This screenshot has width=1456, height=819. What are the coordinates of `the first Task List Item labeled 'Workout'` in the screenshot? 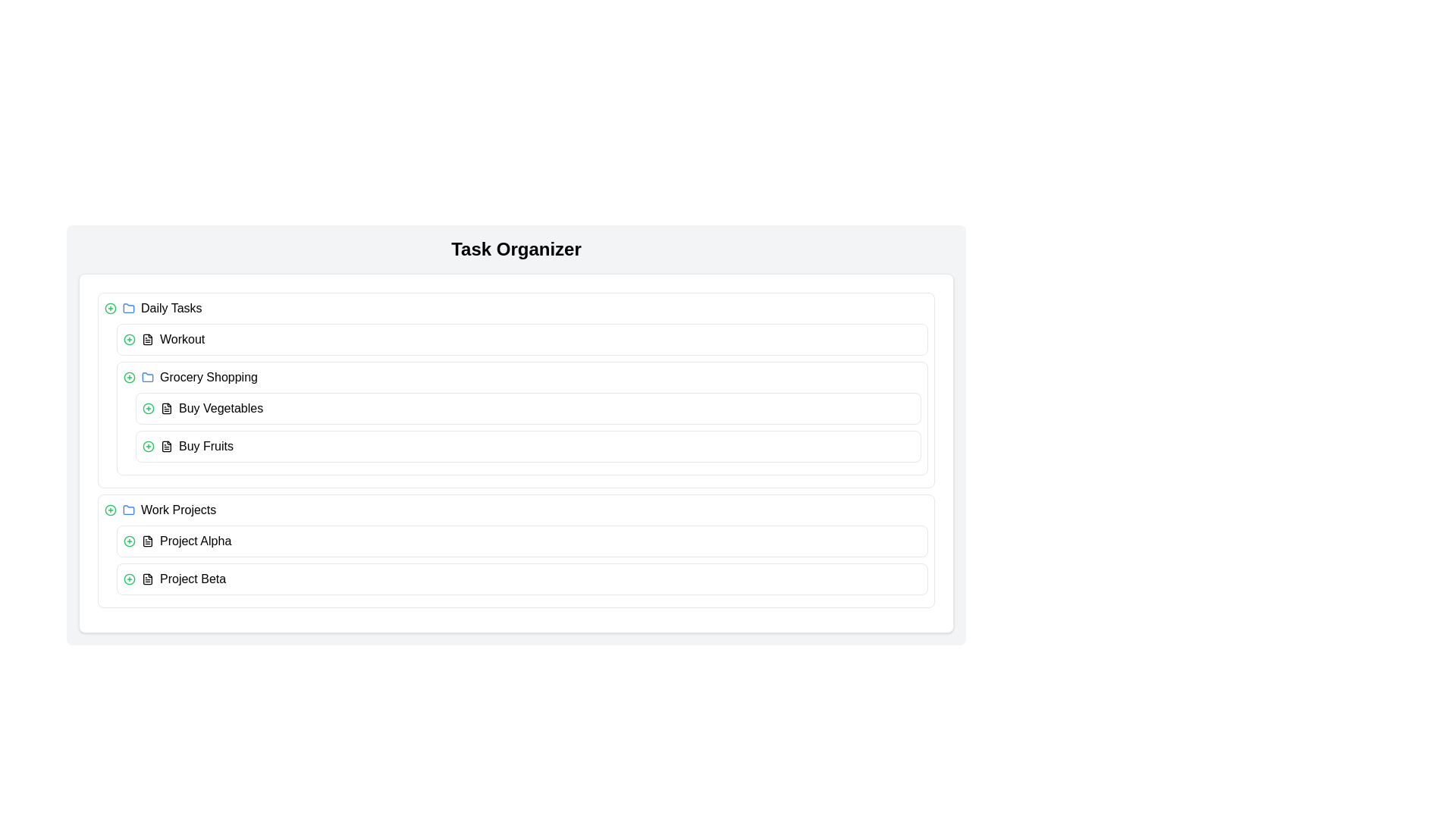 It's located at (522, 338).